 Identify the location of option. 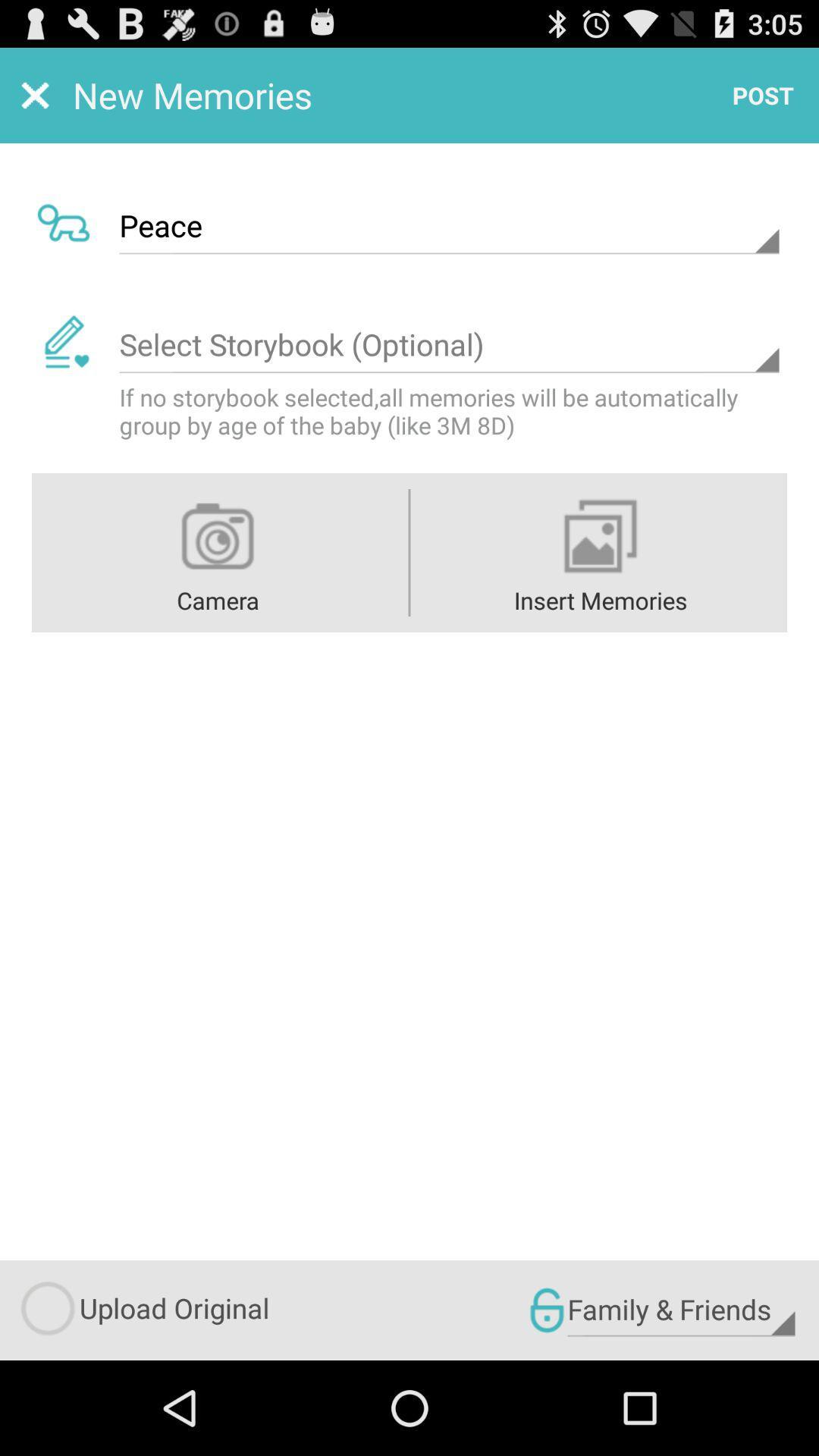
(448, 344).